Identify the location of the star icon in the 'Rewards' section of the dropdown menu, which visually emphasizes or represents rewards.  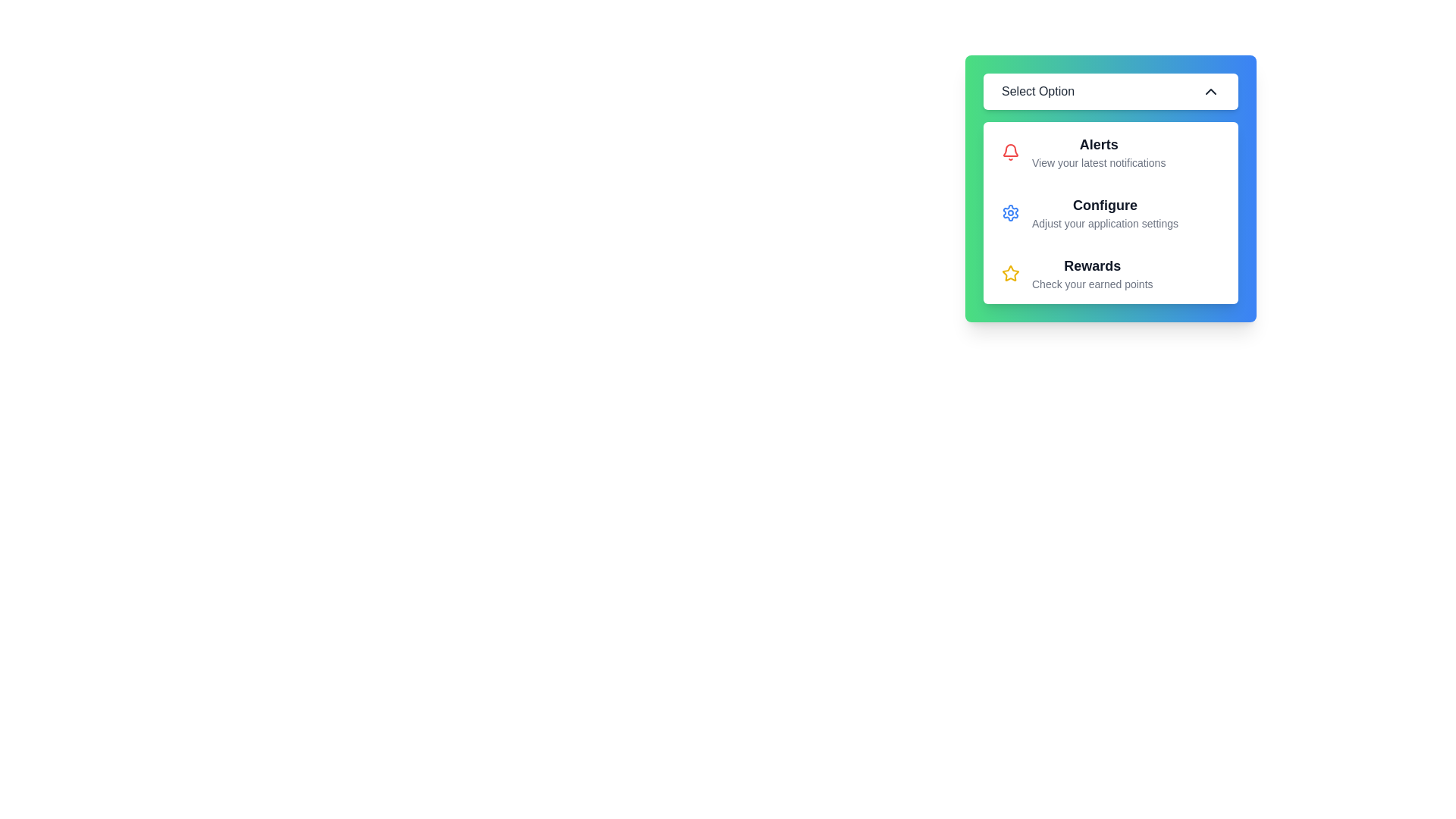
(1011, 273).